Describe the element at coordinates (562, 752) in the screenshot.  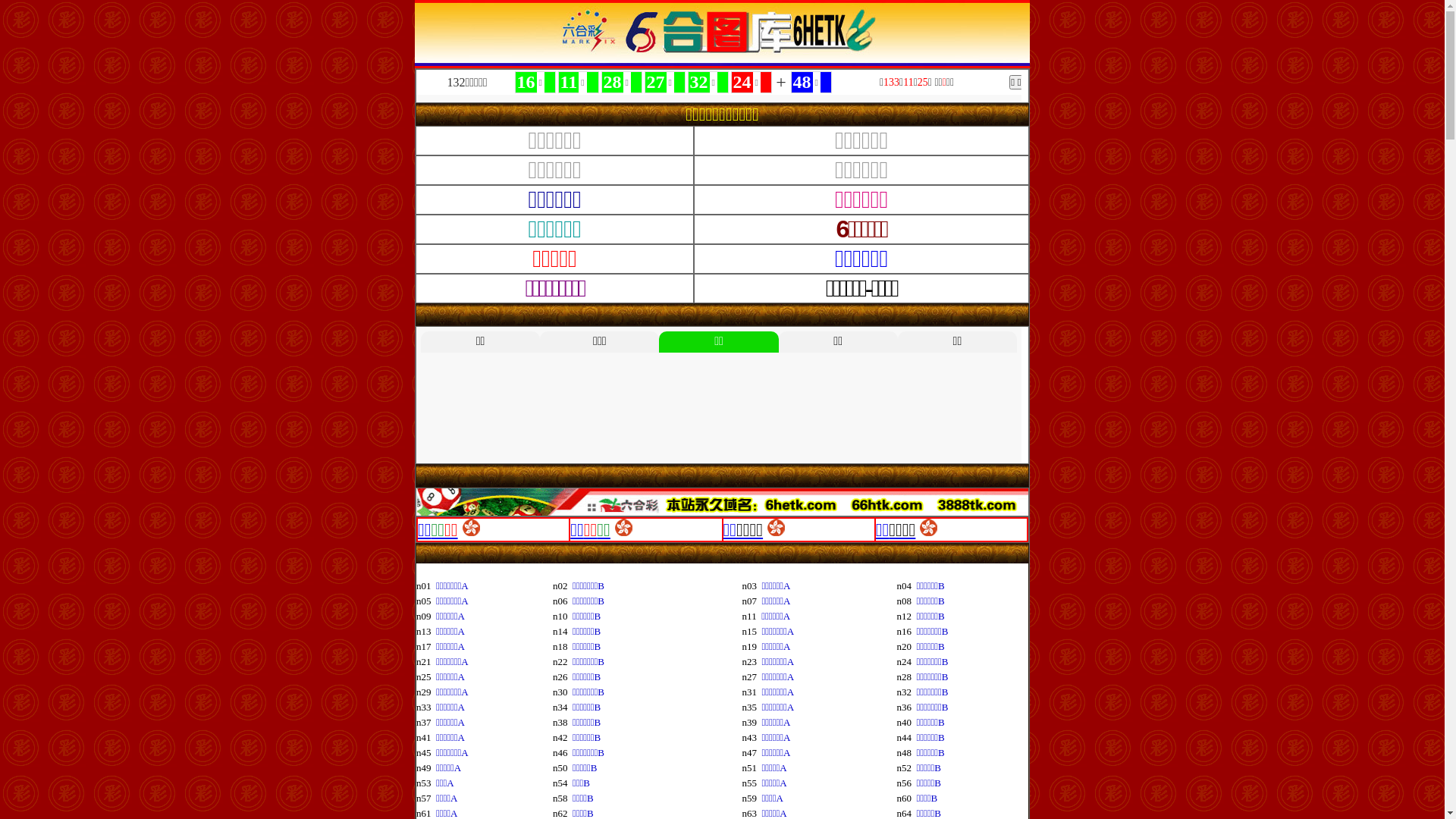
I see `'n46 '` at that location.